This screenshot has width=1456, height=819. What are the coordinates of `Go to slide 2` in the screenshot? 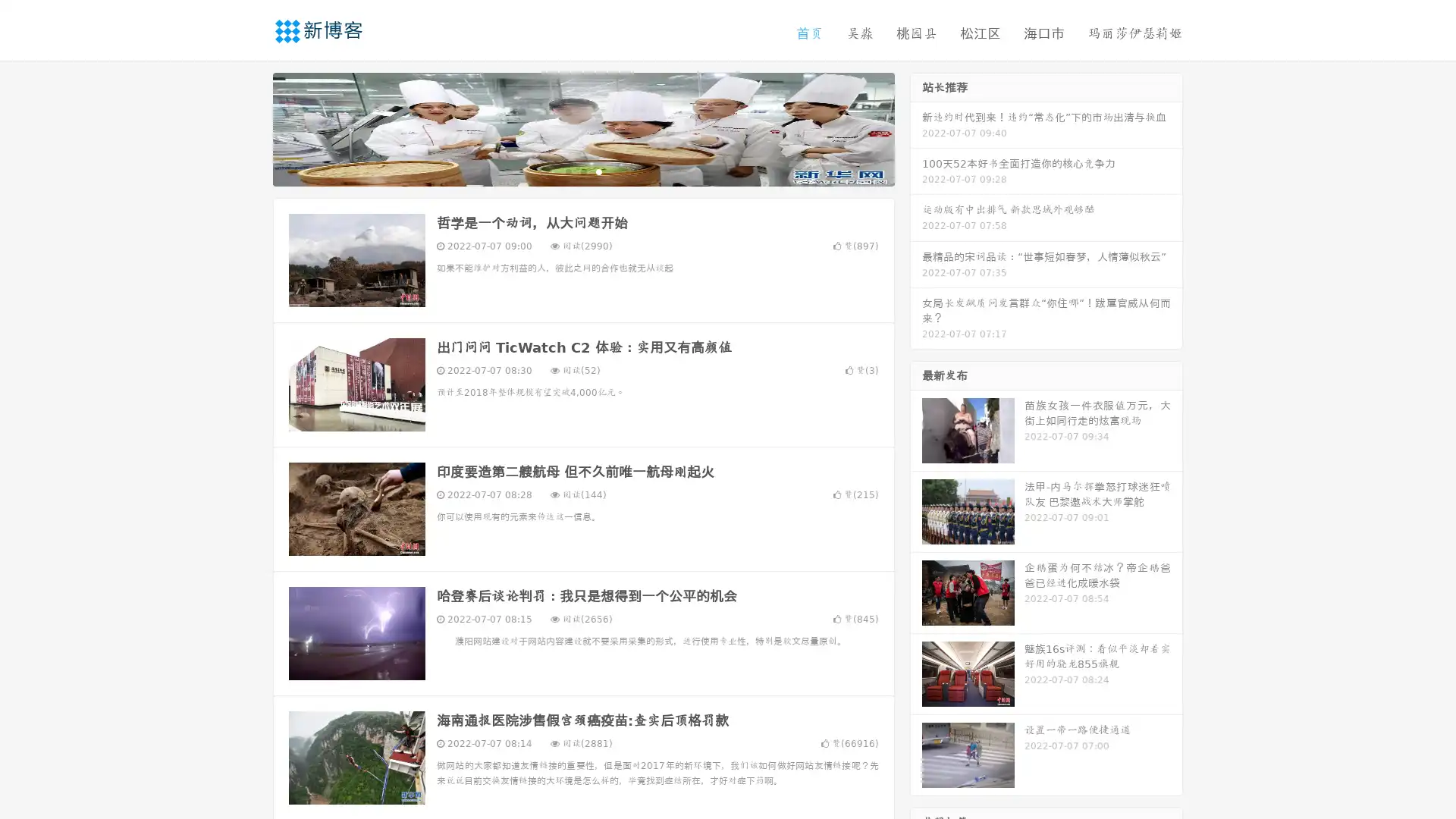 It's located at (582, 171).